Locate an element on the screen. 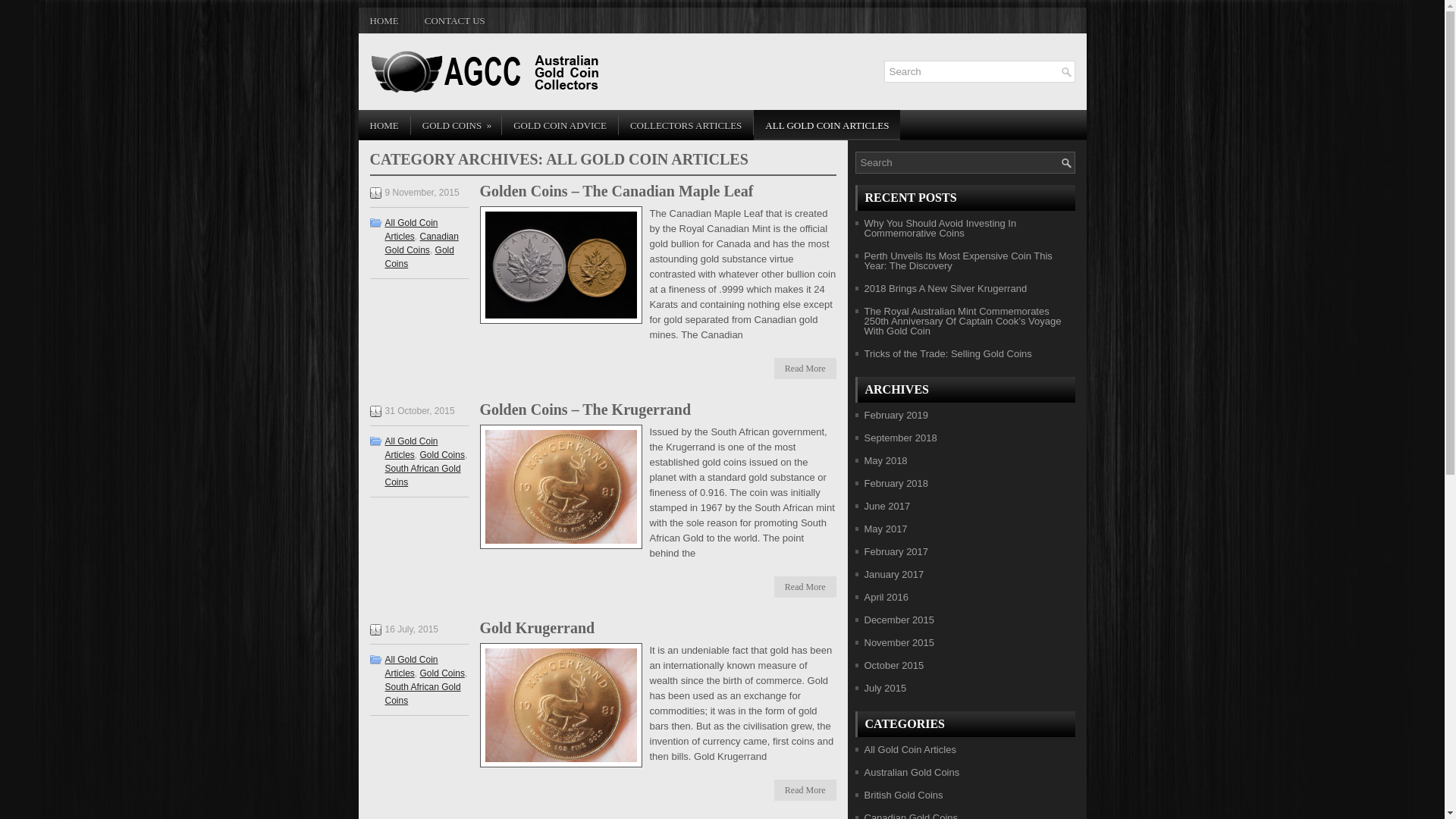 The height and width of the screenshot is (819, 1456). 'February 2017' is located at coordinates (896, 551).